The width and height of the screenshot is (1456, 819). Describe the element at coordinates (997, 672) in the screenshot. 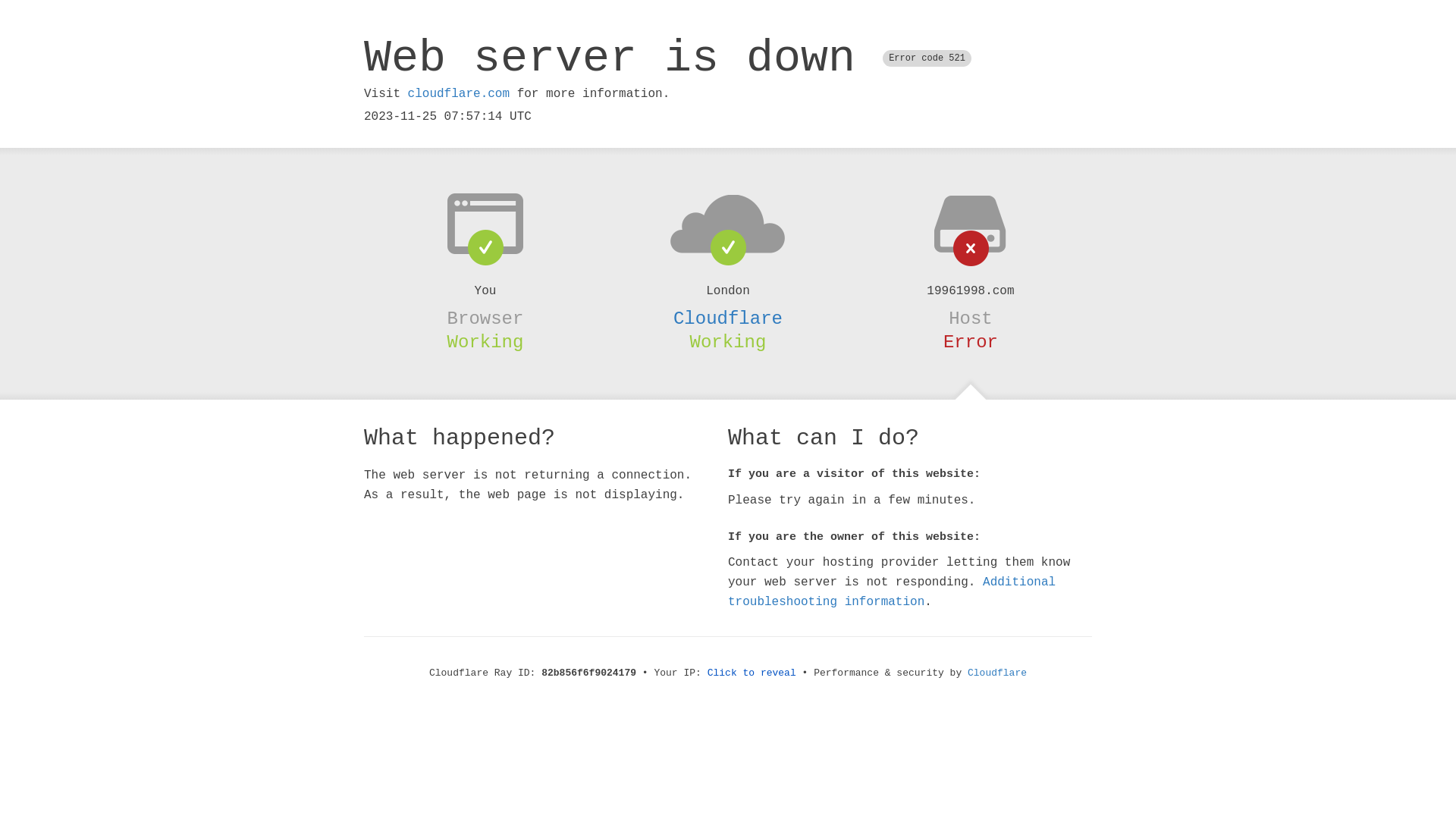

I see `'Cloudflare'` at that location.